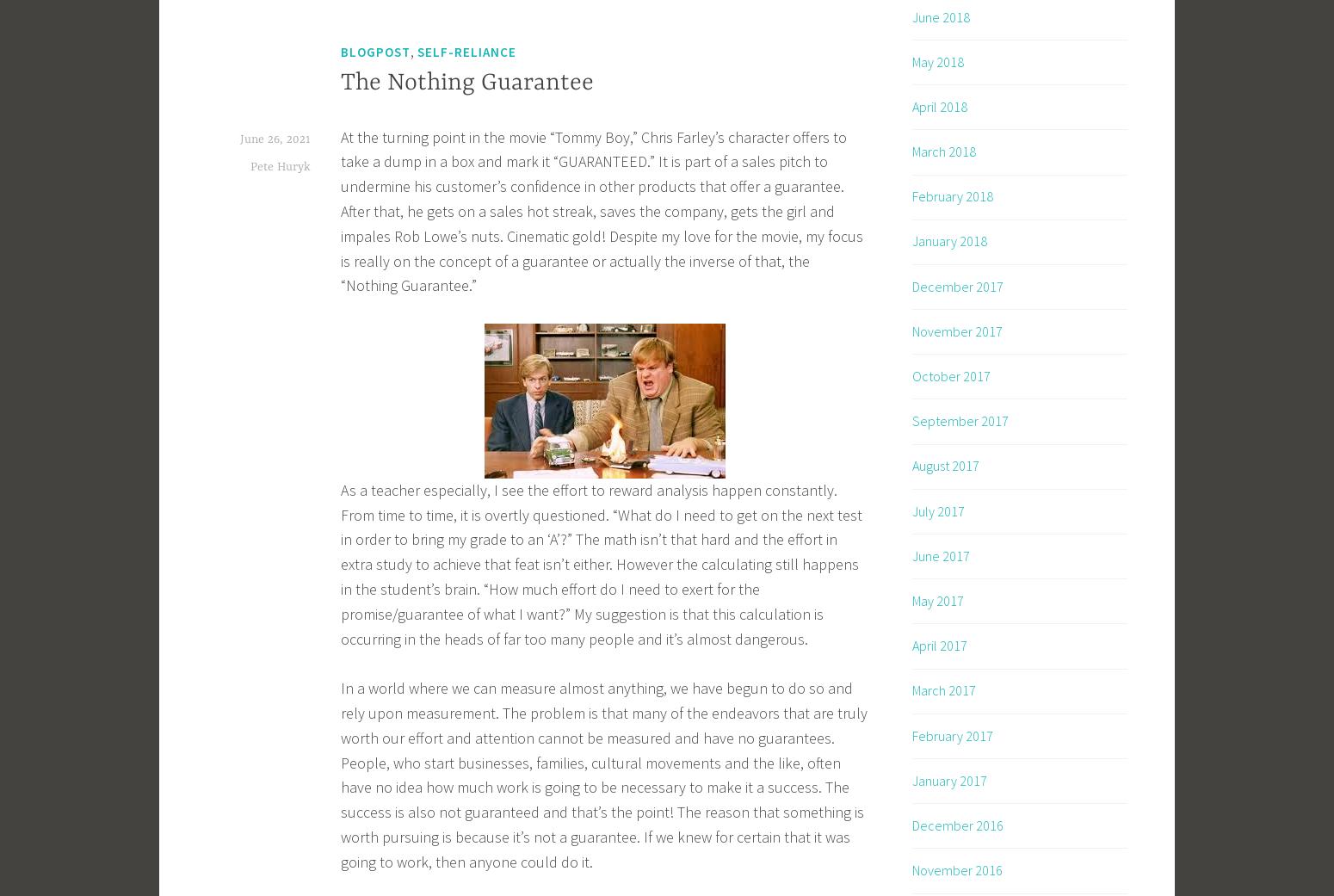  I want to click on 'June 26, 2021', so click(275, 139).